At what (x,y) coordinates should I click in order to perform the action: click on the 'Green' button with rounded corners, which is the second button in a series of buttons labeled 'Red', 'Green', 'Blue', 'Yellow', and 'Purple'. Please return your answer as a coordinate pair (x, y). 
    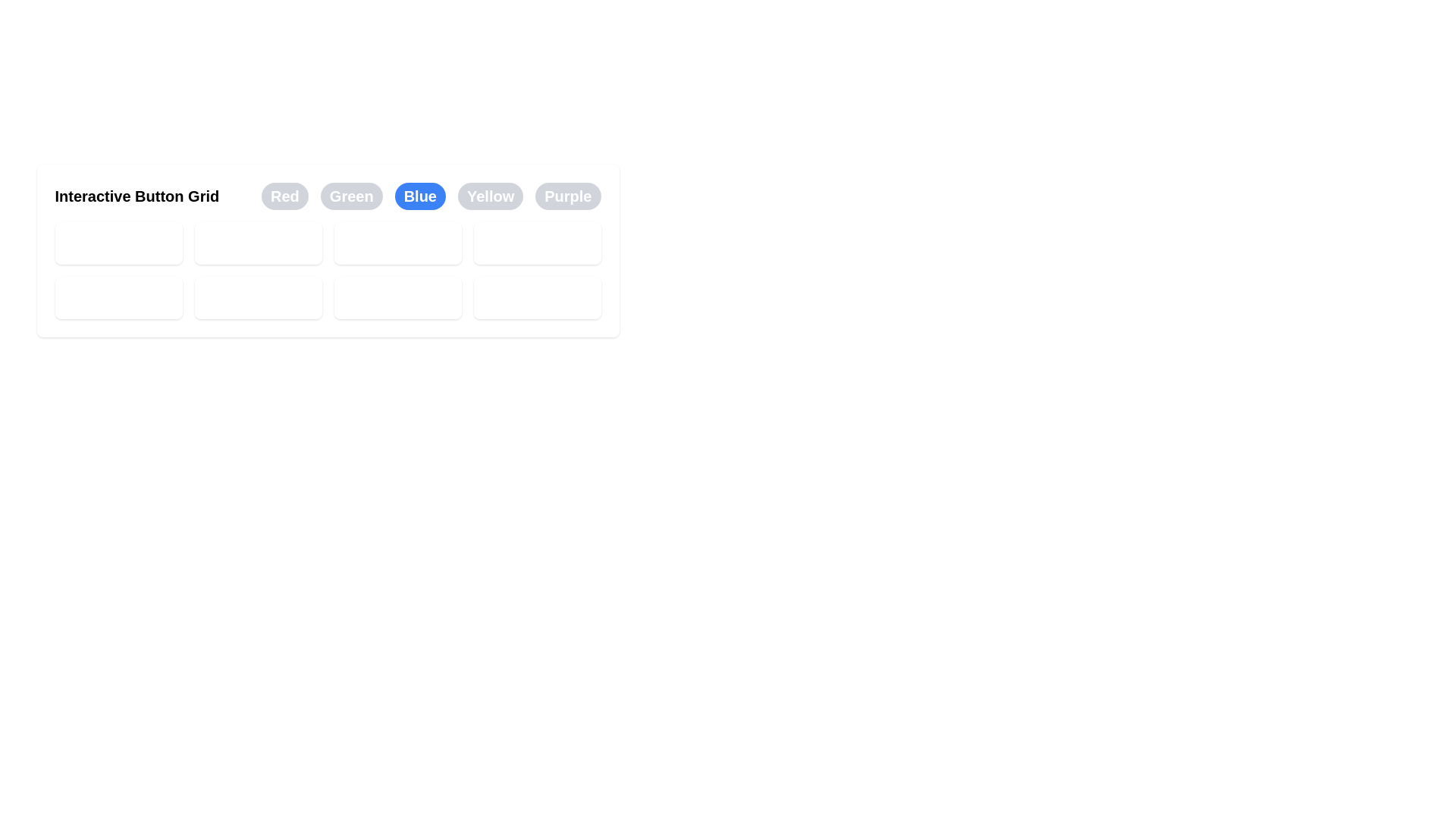
    Looking at the image, I should click on (350, 195).